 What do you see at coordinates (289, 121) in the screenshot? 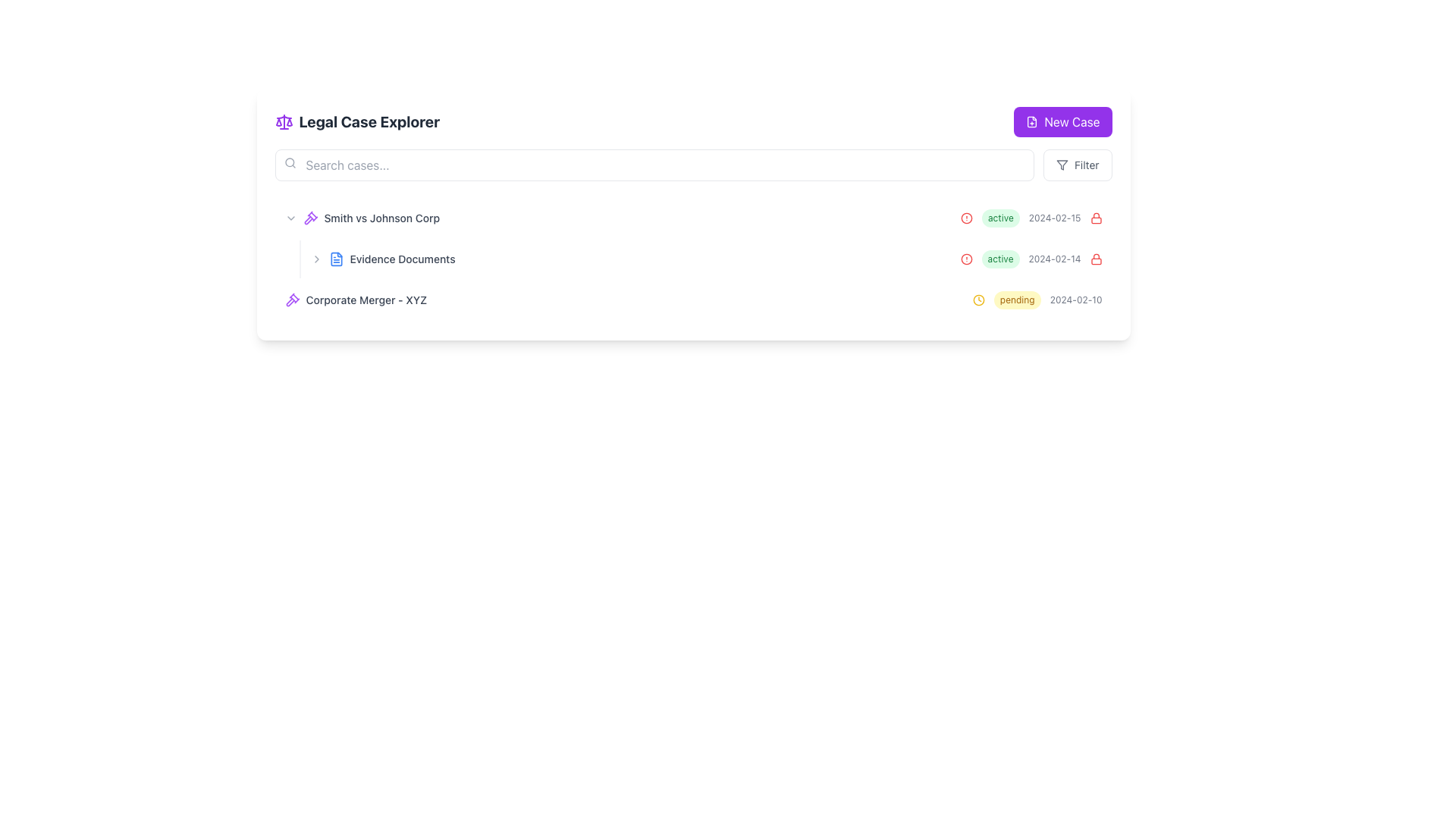
I see `the decorative justice scale icon, which is represented as the right triangle of the icon located at the leftmost side of the main navigation bar in the Legal Case Explorer application` at bounding box center [289, 121].